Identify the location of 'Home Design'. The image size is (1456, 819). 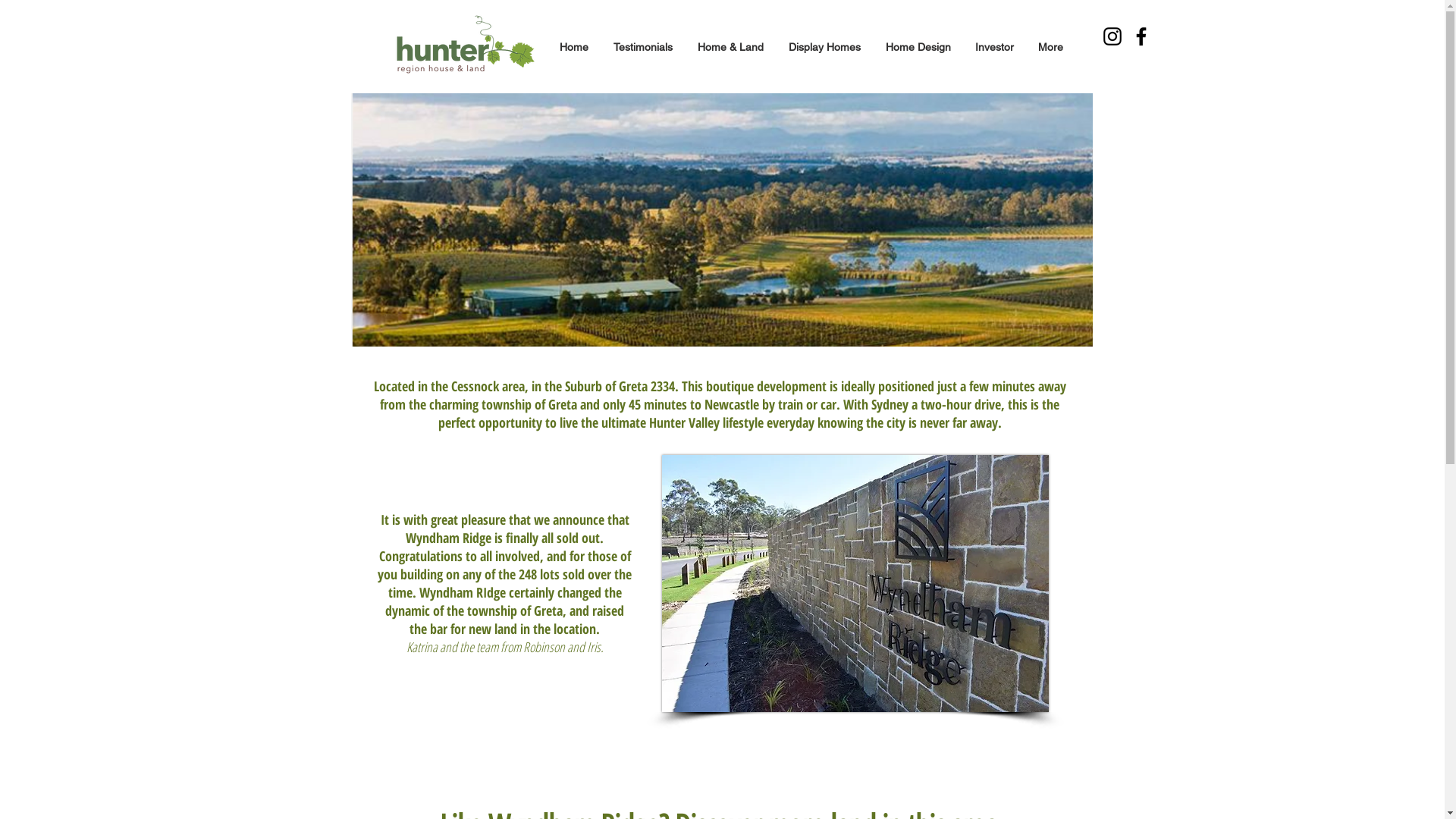
(917, 45).